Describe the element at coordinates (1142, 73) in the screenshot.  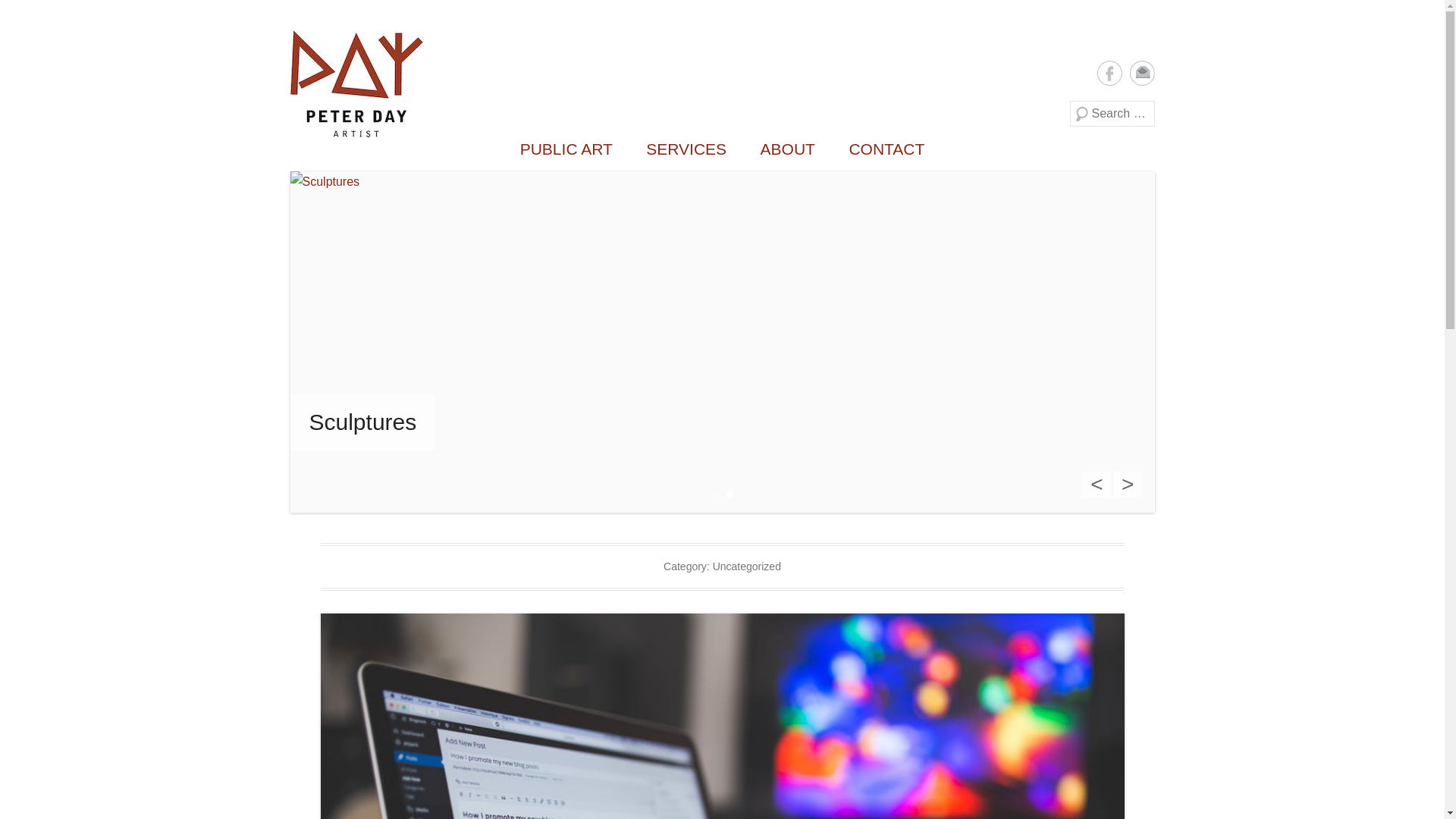
I see `'Email'` at that location.